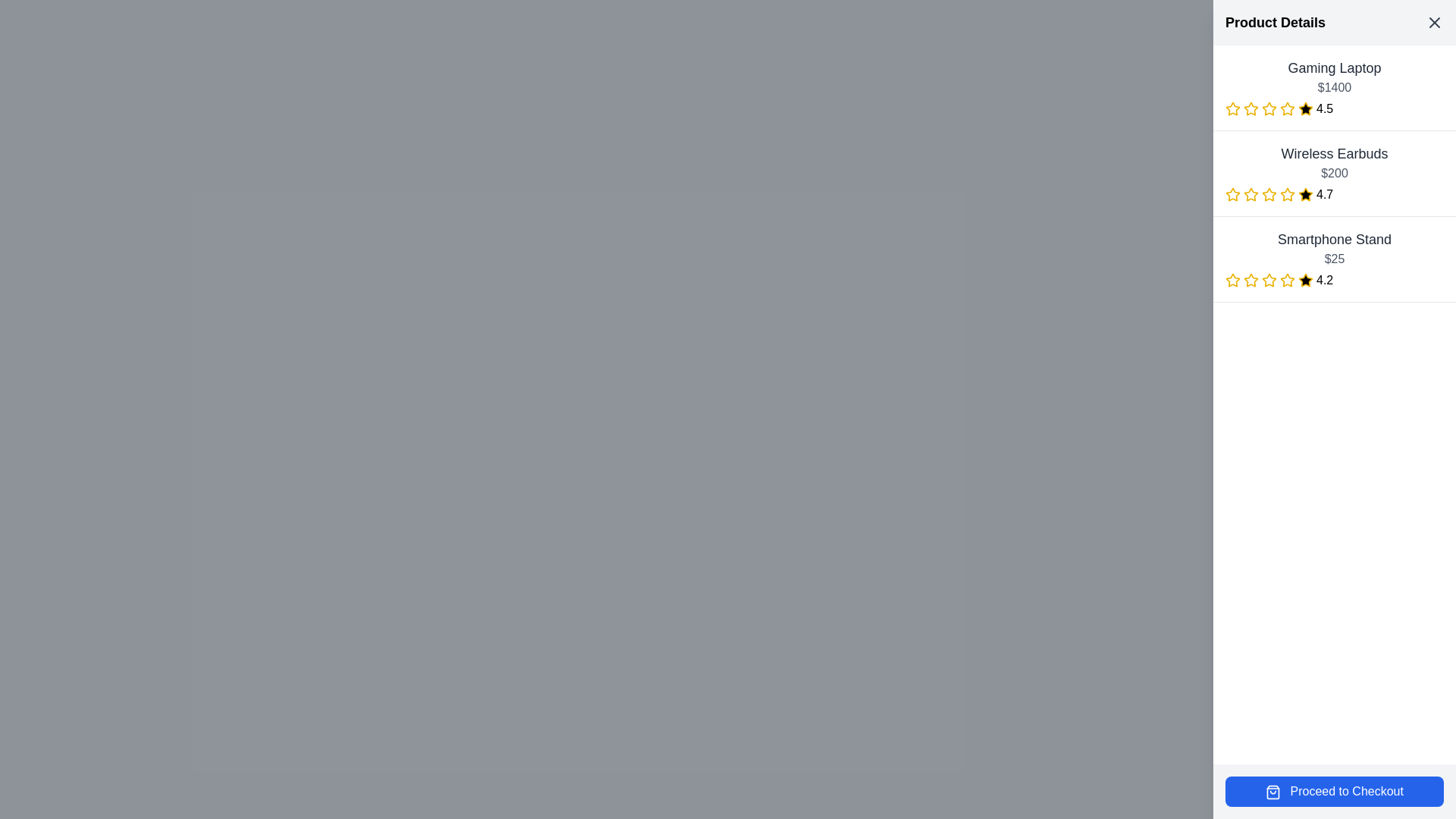  What do you see at coordinates (1335, 239) in the screenshot?
I see `text from the label titled 'Smartphone Stand', which is positioned centrally above the price '$25' and below the group heading 'Wireless Earbuds'` at bounding box center [1335, 239].